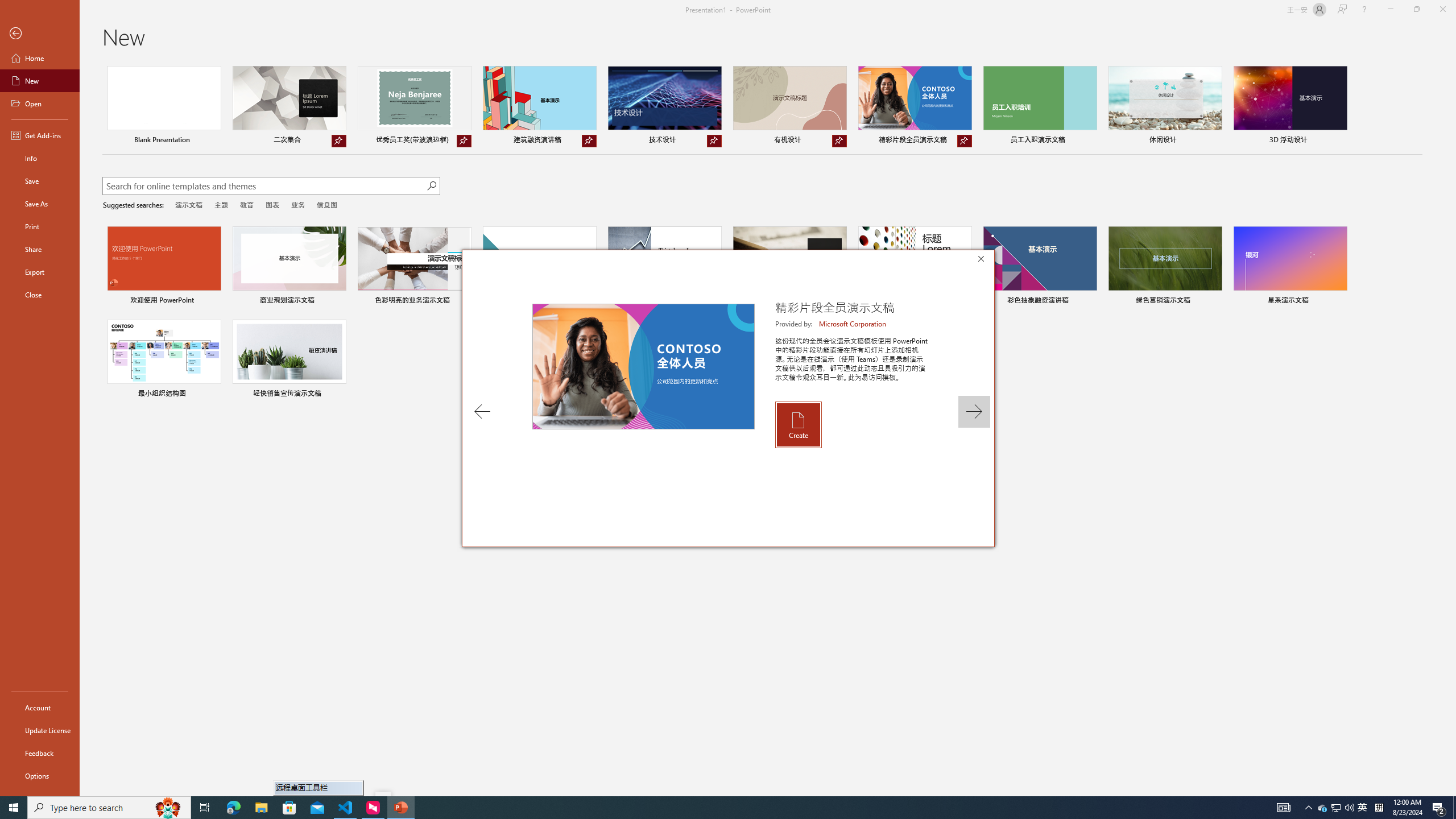  Describe the element at coordinates (974, 411) in the screenshot. I see `'Next Template'` at that location.